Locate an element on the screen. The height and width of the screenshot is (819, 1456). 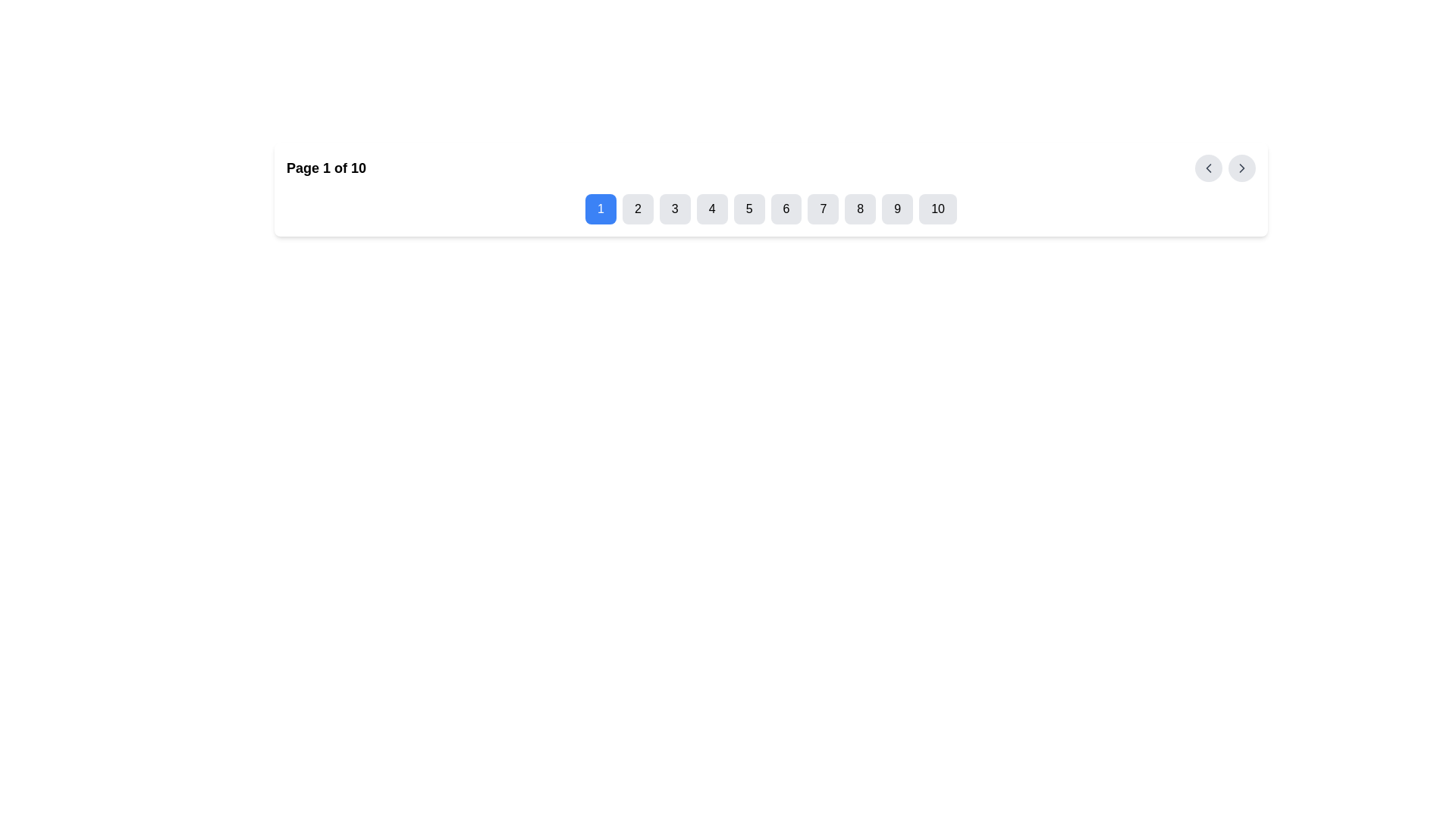
the rounded rectangular button displaying the number '2' is located at coordinates (638, 209).